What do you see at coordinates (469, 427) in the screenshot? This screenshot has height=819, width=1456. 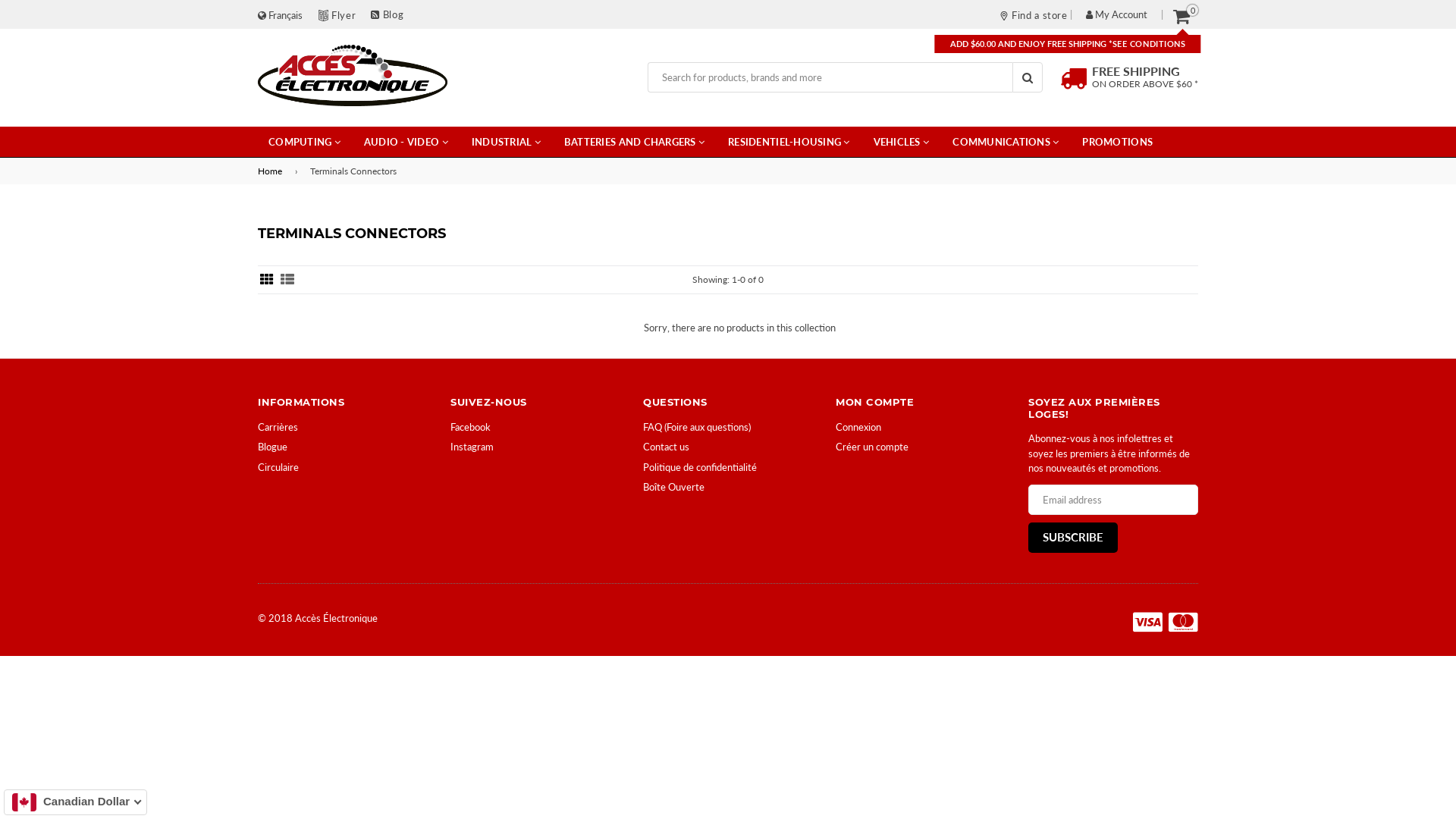 I see `'Facebook'` at bounding box center [469, 427].